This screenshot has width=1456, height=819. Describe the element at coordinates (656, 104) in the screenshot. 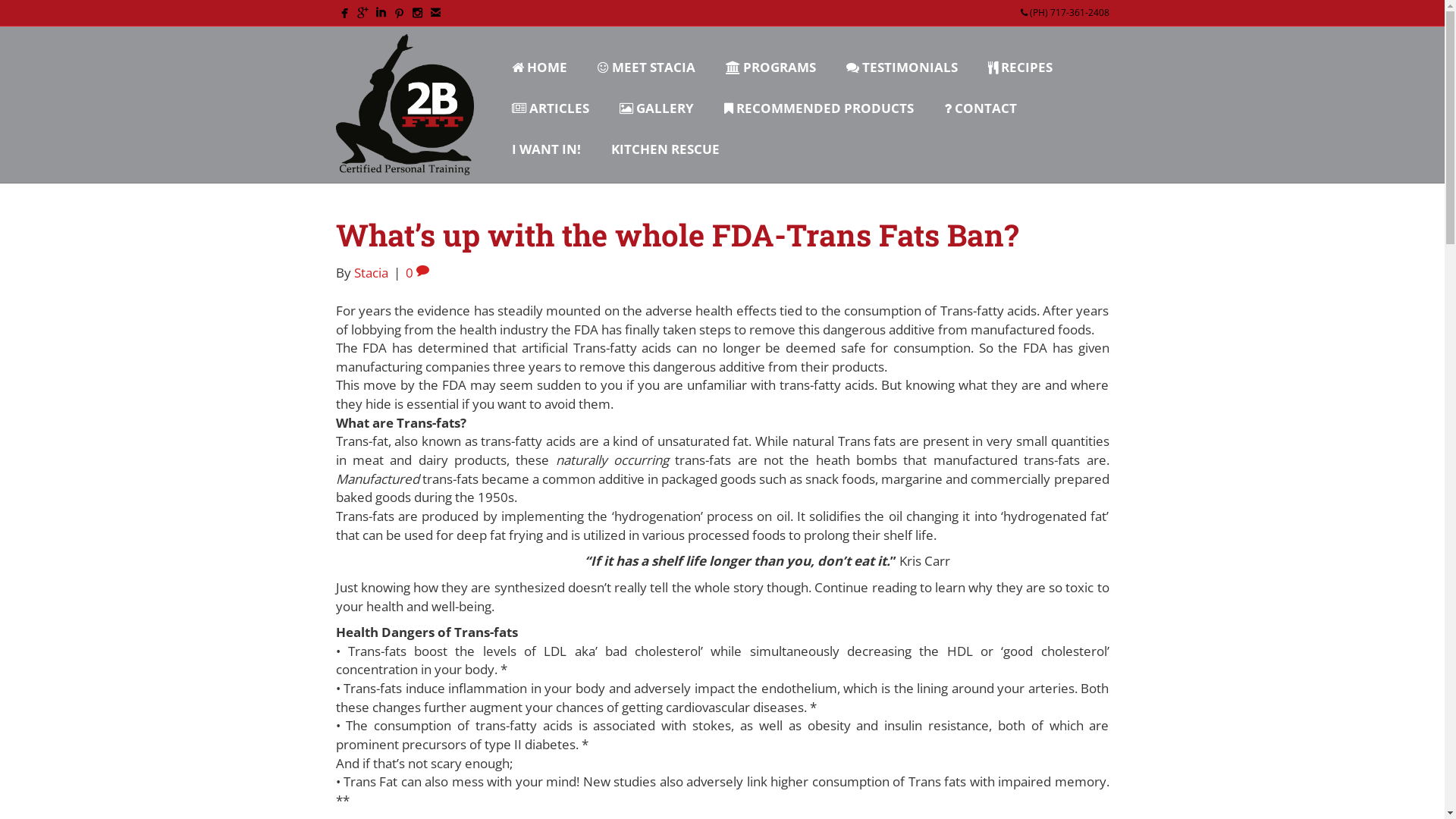

I see `'GALLERY'` at that location.